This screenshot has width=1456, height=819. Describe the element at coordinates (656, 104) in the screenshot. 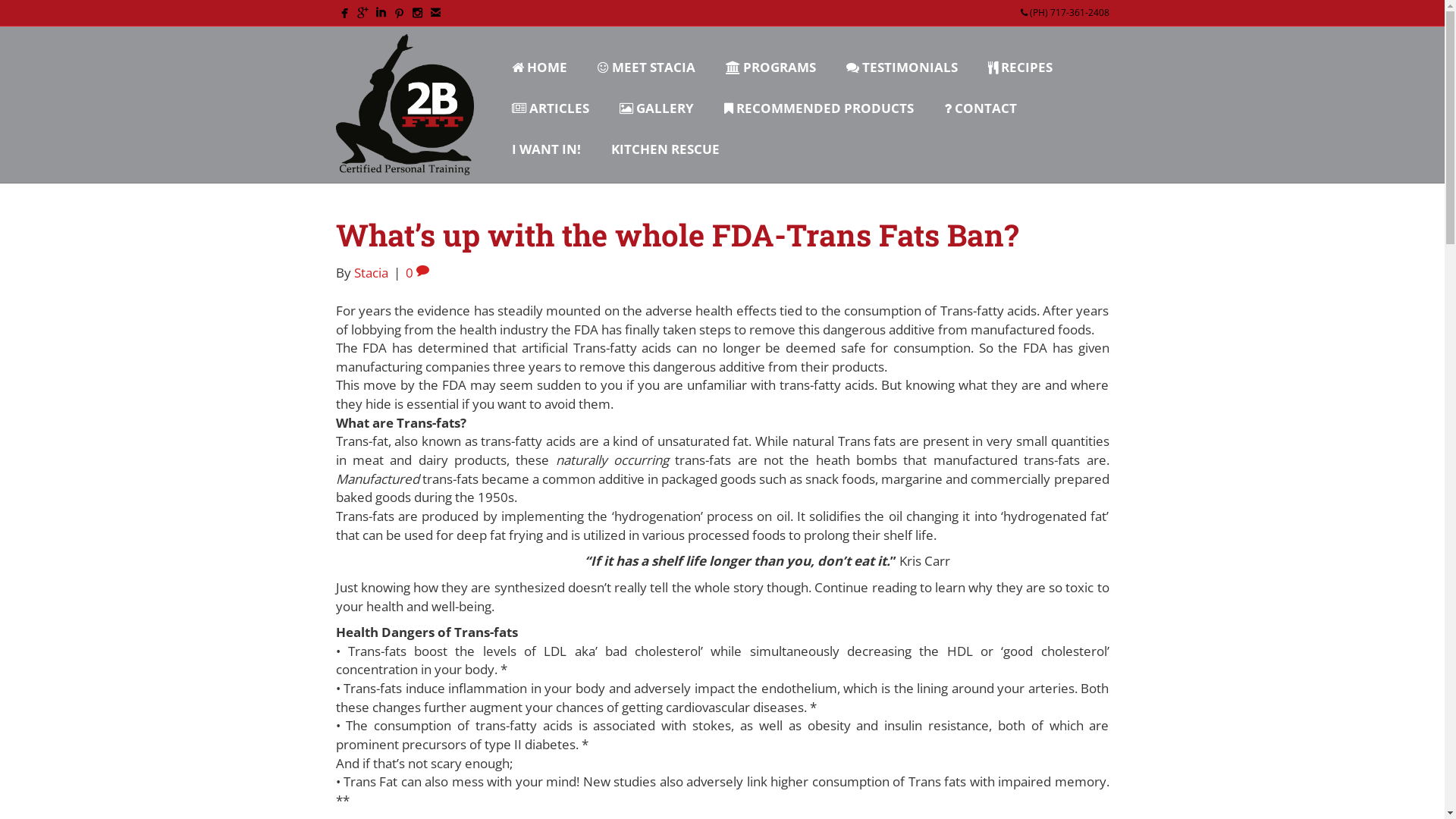

I see `'GALLERY'` at that location.